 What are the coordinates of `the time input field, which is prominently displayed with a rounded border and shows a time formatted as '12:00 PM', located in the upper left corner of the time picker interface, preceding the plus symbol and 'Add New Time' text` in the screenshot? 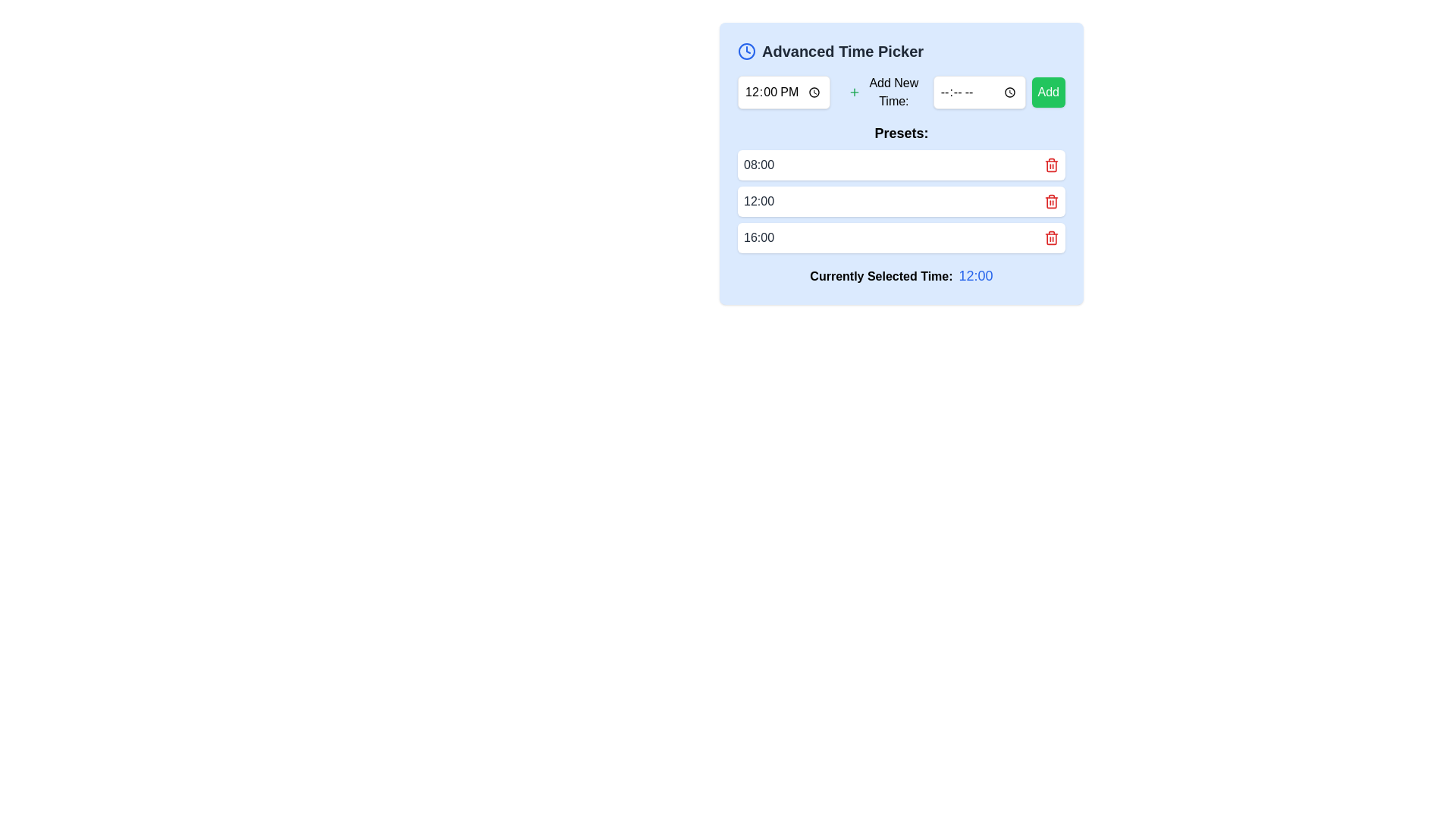 It's located at (783, 93).